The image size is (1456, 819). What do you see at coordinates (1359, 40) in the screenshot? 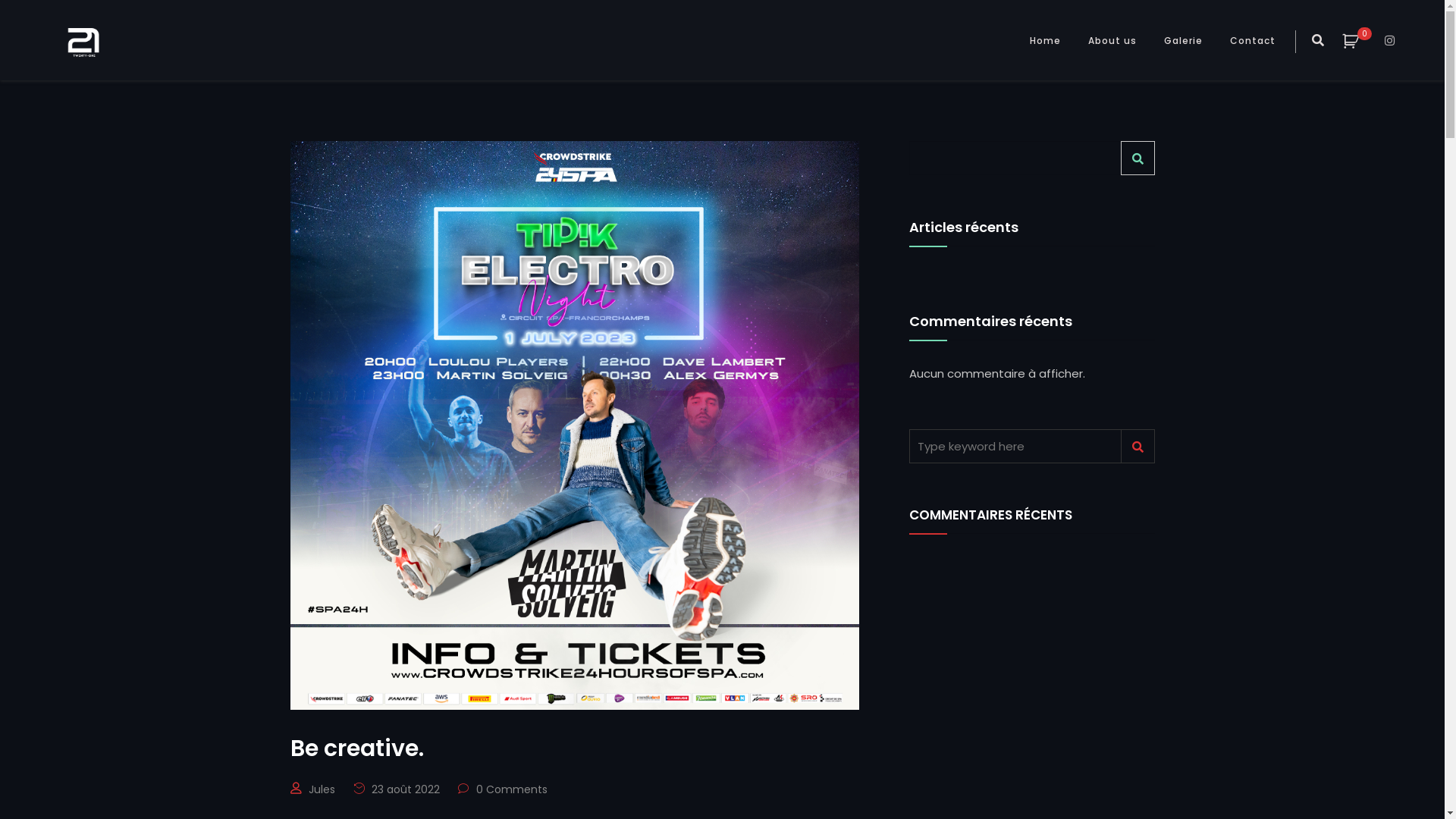
I see `'0'` at bounding box center [1359, 40].